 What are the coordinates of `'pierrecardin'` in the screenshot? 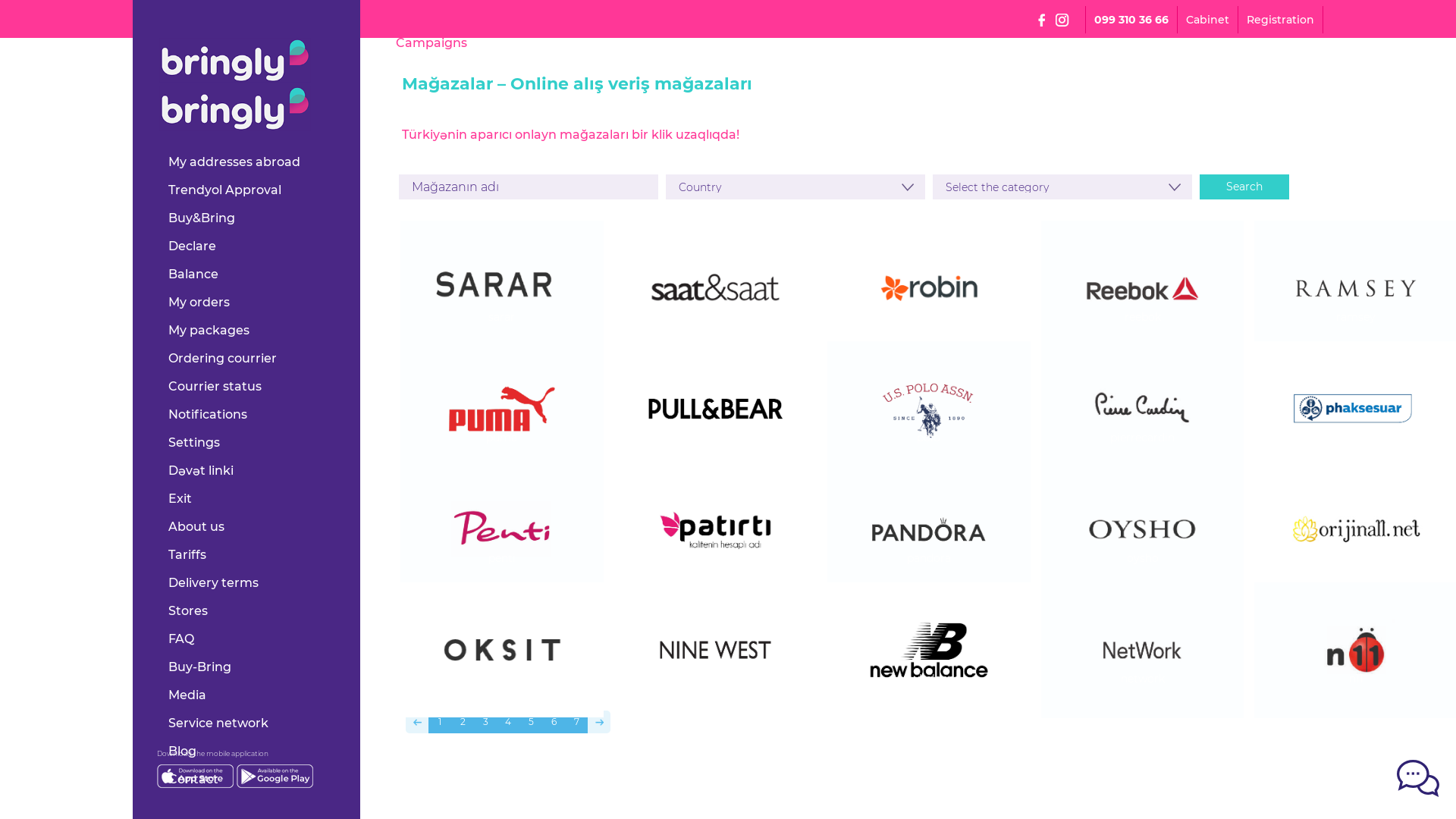 It's located at (1143, 438).